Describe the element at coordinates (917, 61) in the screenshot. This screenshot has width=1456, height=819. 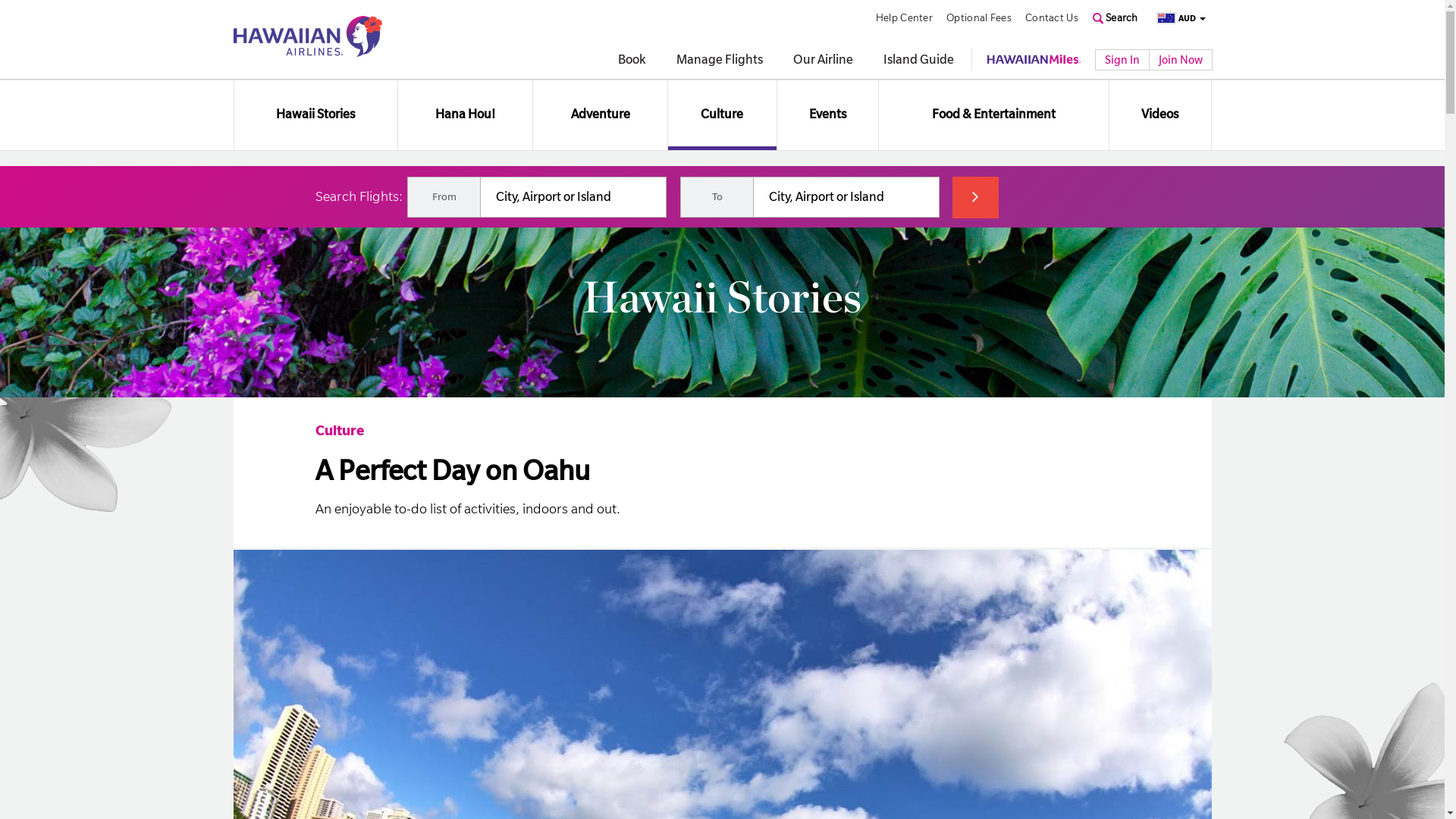
I see `'Island Guide'` at that location.